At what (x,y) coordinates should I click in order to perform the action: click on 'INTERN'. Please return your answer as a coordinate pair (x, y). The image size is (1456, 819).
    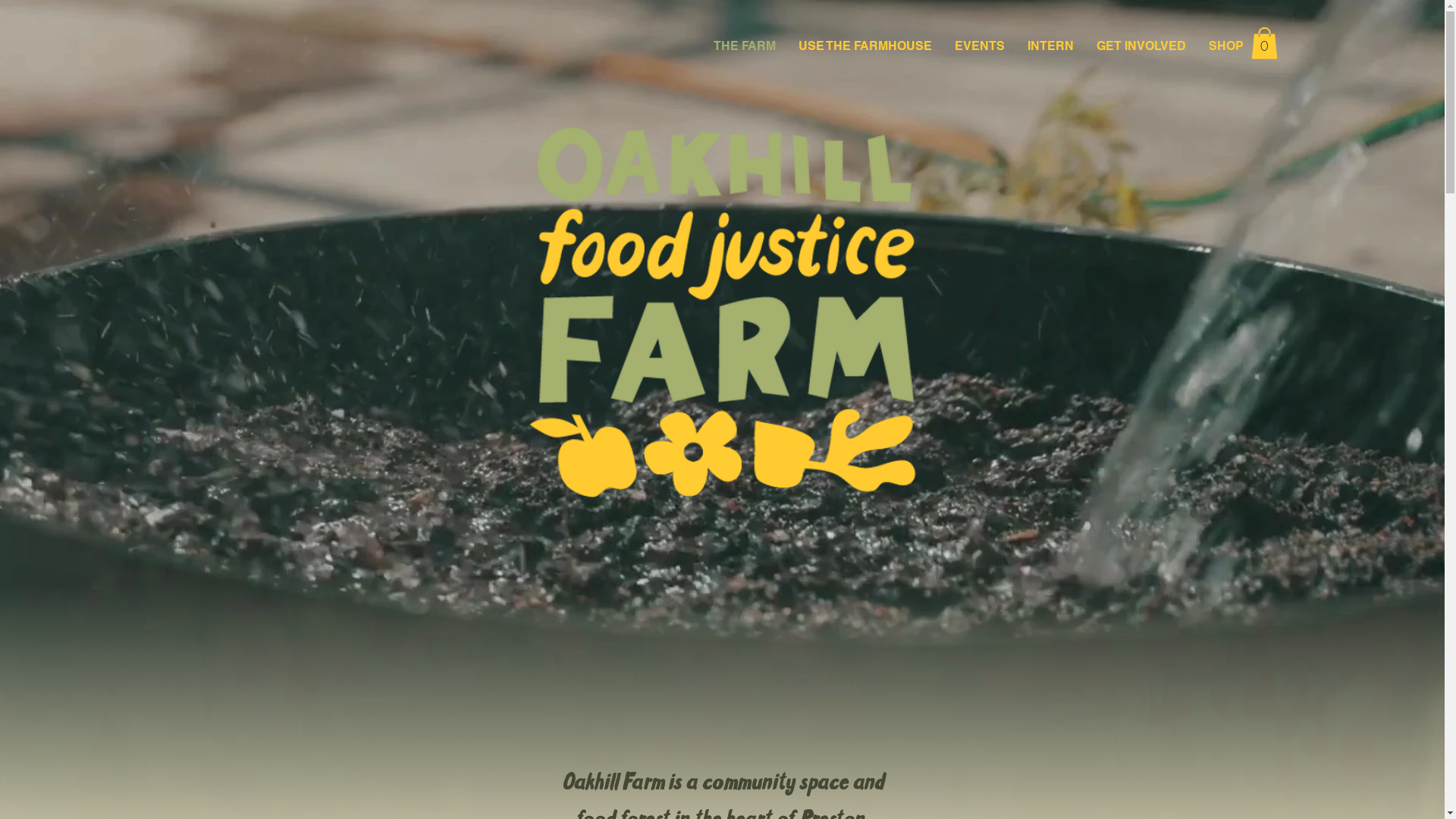
    Looking at the image, I should click on (1050, 45).